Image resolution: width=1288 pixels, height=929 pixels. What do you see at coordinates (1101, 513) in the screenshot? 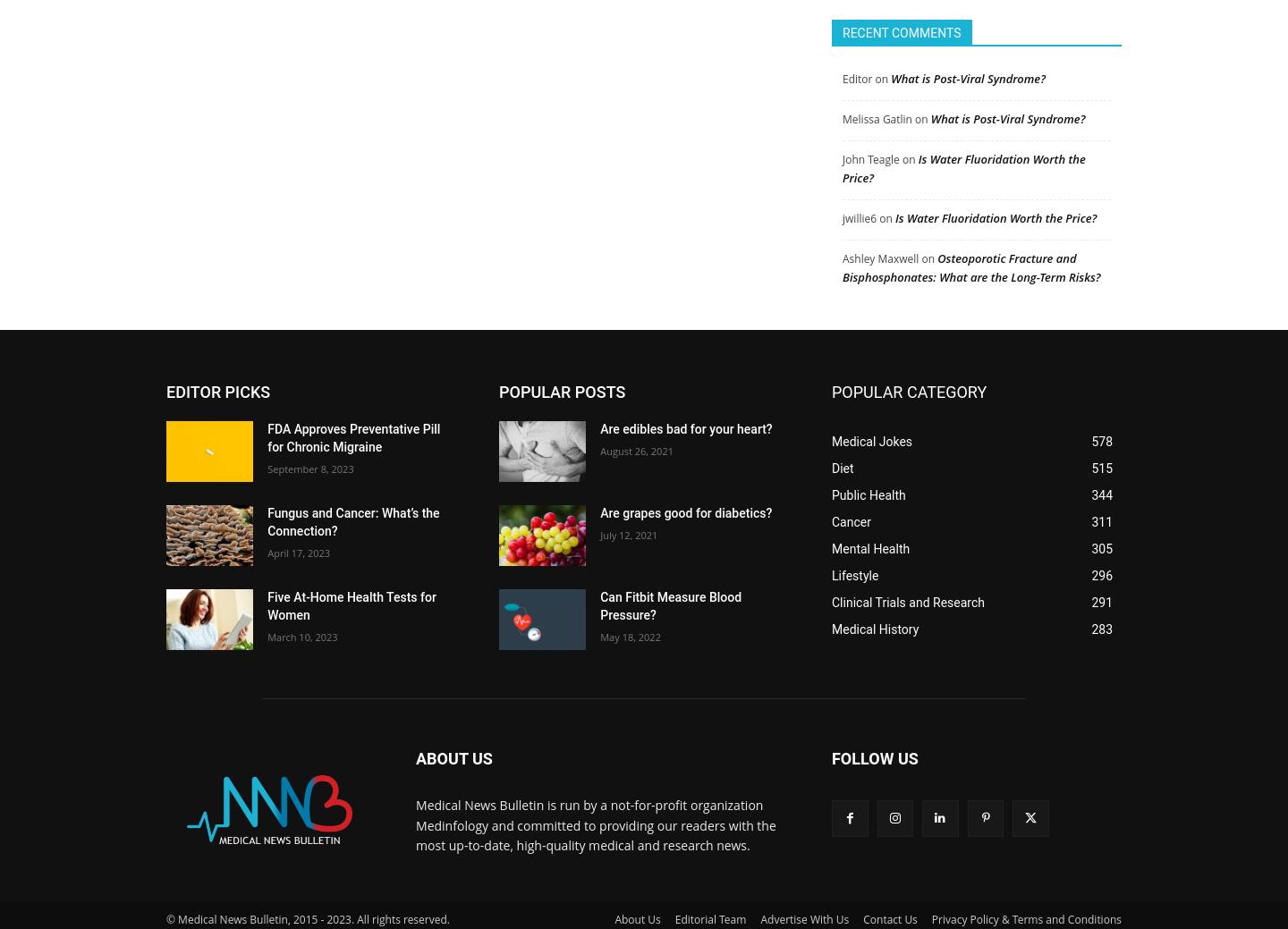
I see `'311'` at bounding box center [1101, 513].